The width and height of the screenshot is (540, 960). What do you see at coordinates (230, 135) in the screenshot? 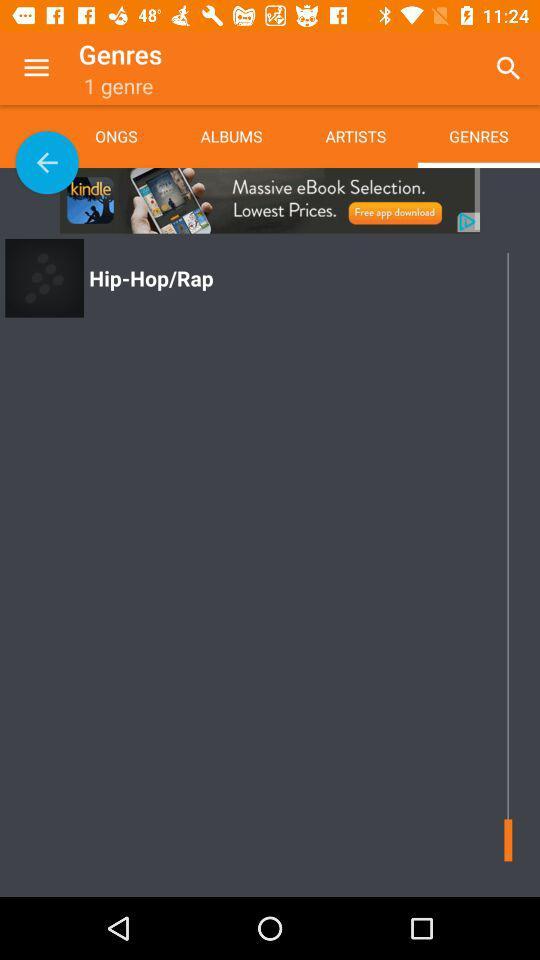
I see `app next to the songs icon` at bounding box center [230, 135].